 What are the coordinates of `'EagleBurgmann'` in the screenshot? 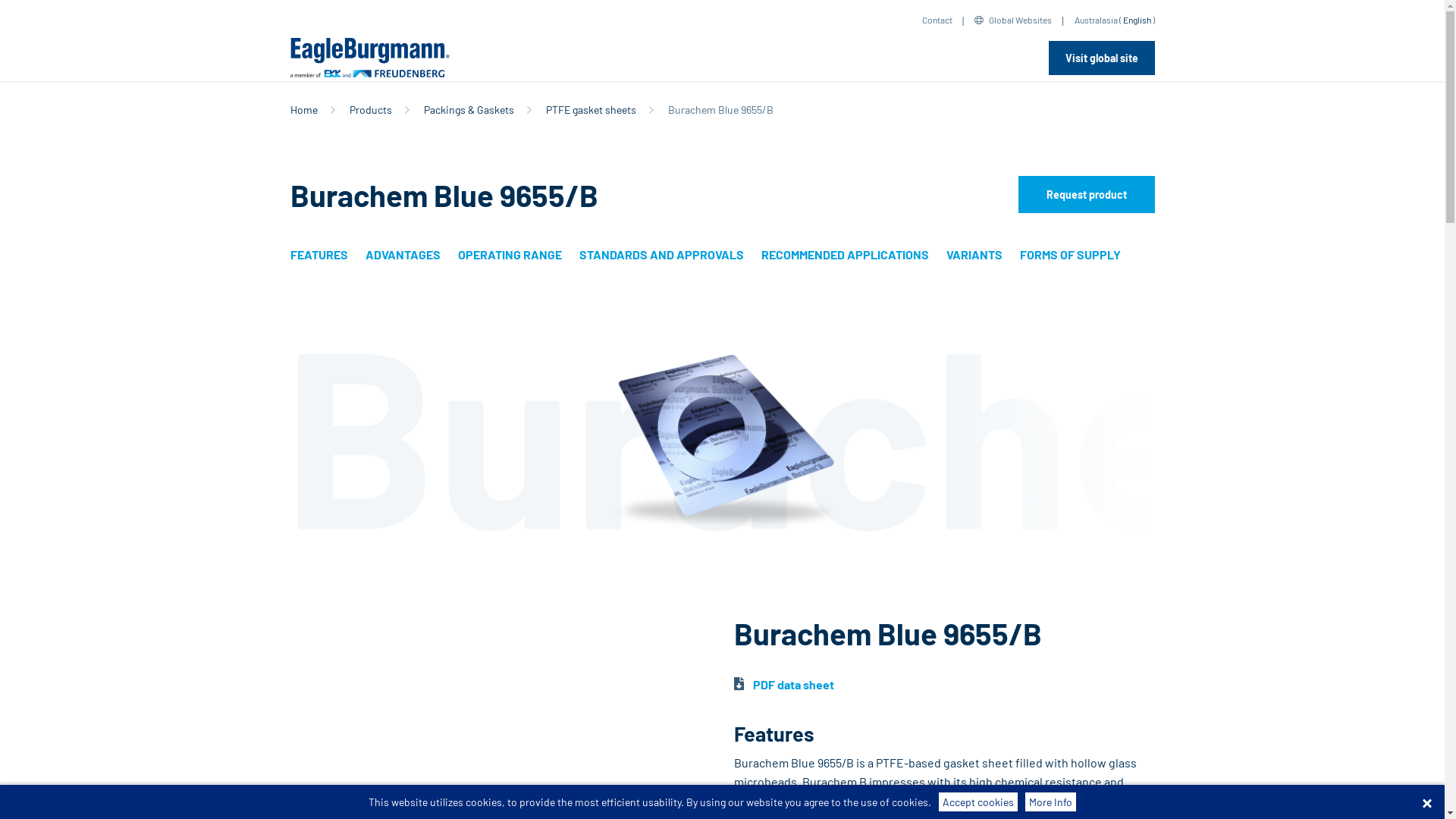 It's located at (369, 57).